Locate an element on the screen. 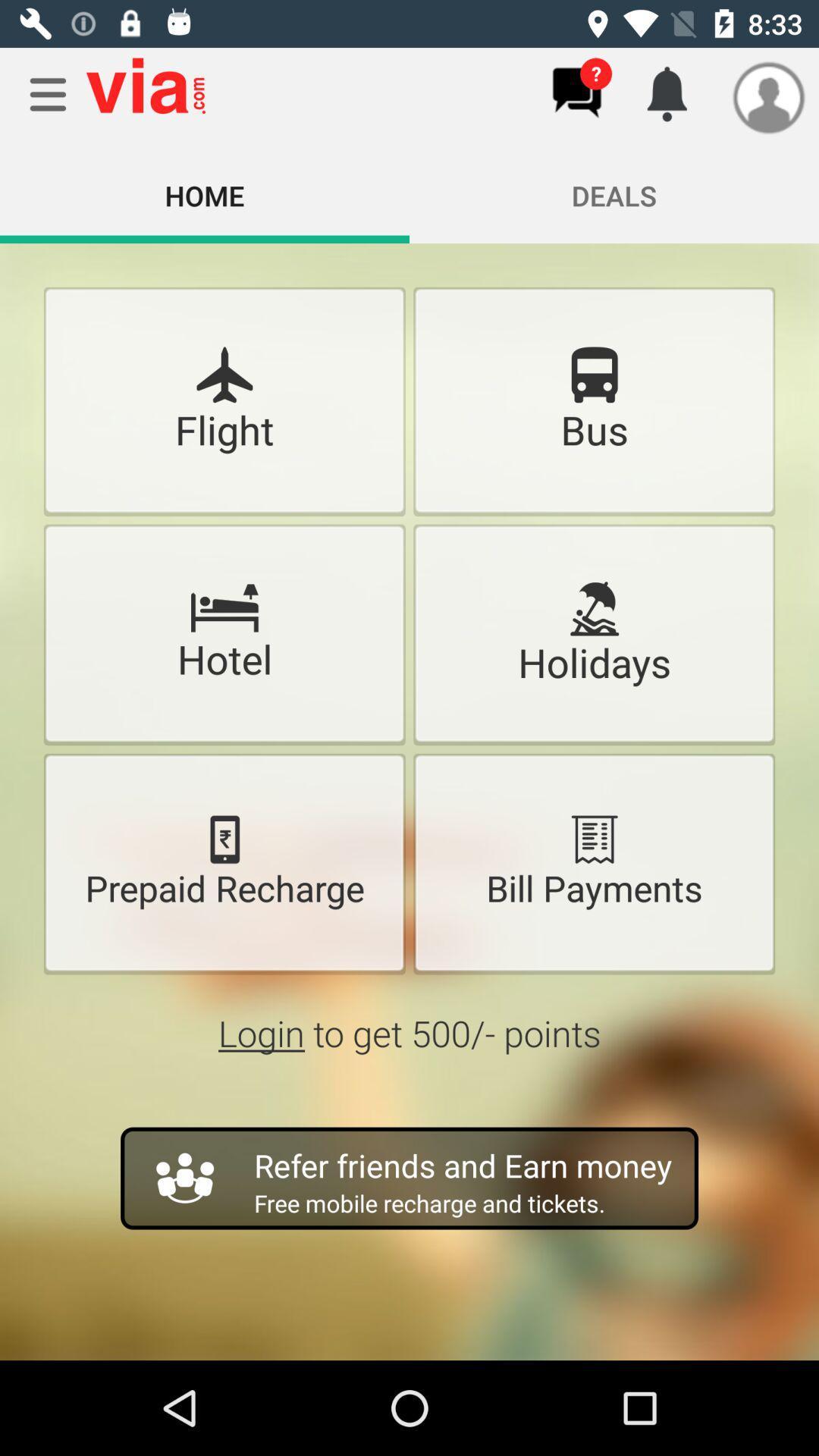 This screenshot has width=819, height=1456. messages is located at coordinates (576, 92).